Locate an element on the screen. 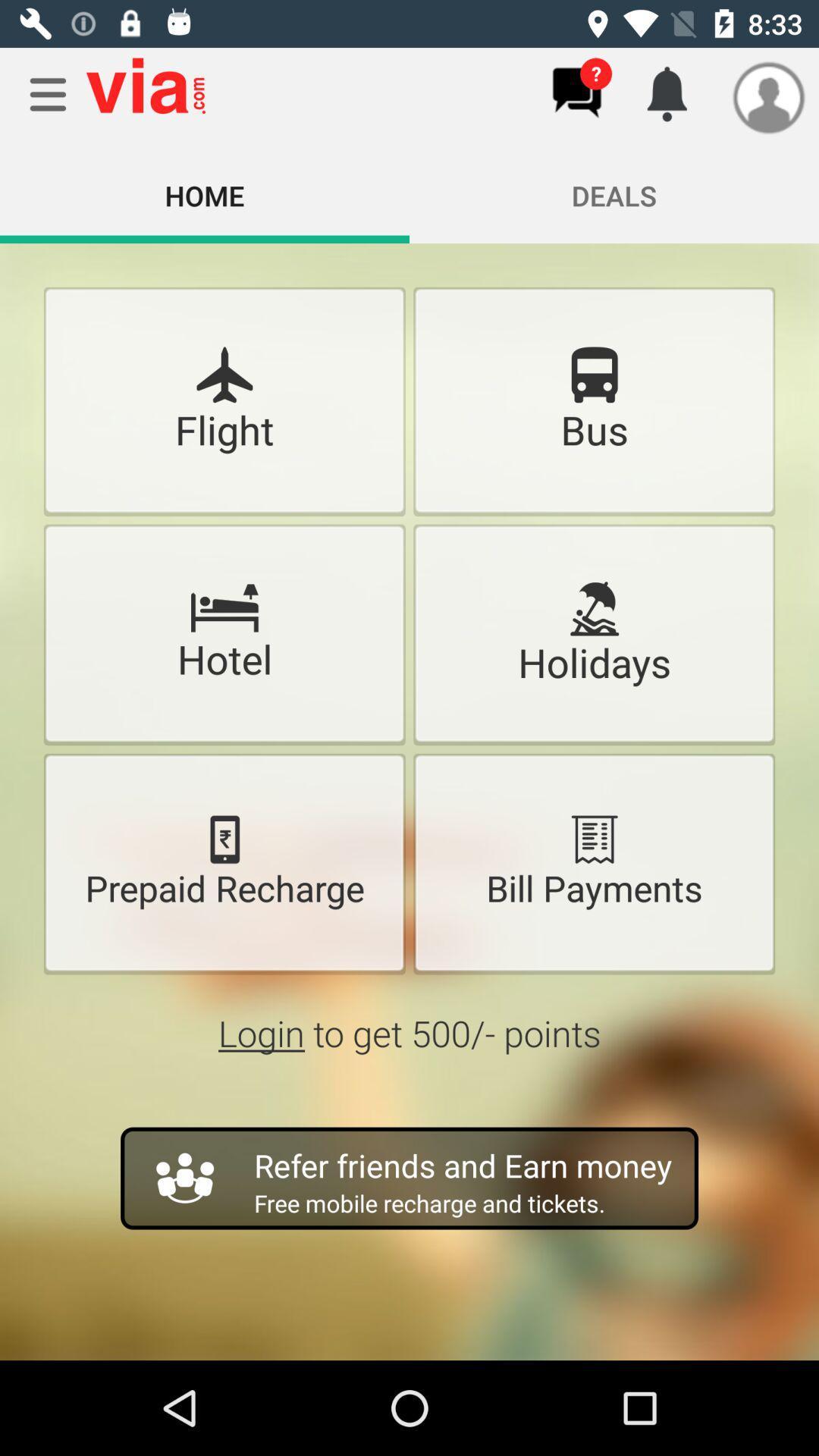 This screenshot has width=819, height=1456. messages is located at coordinates (576, 92).